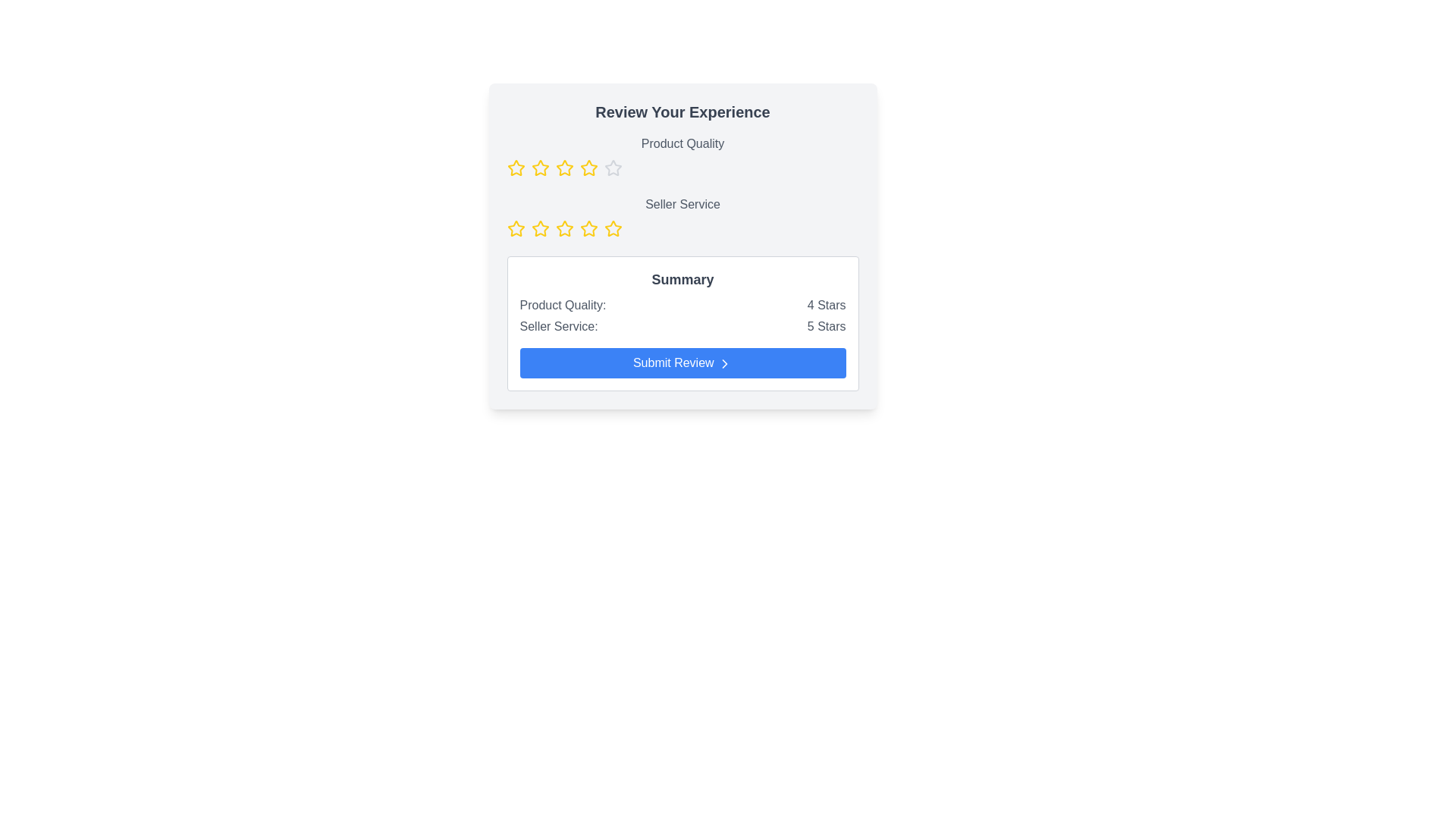 This screenshot has width=1456, height=819. I want to click on the fifth yellow star icon in the rating component under the 'Seller Service' label to rate it, so click(588, 228).